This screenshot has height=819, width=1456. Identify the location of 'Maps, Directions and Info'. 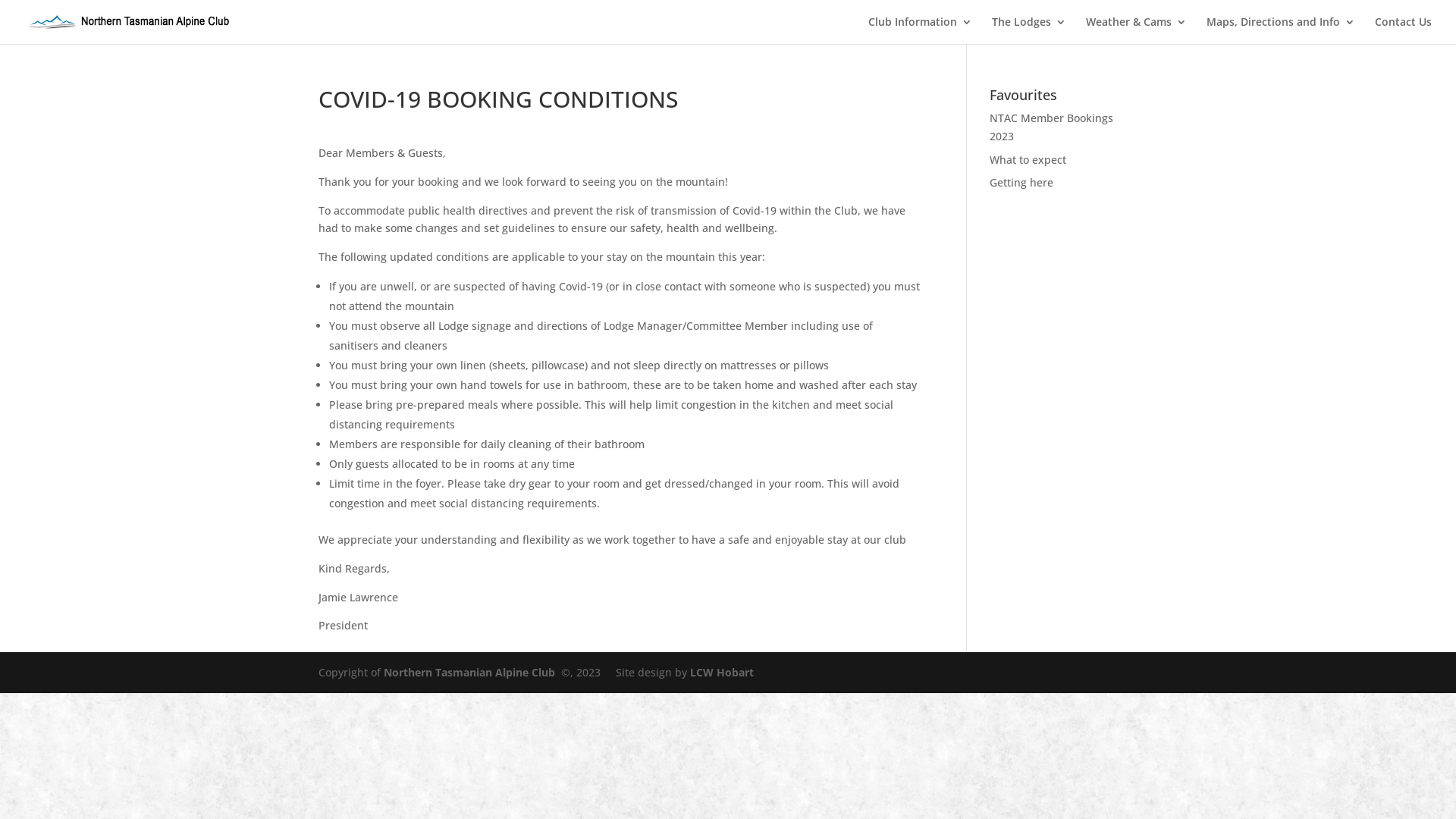
(1280, 30).